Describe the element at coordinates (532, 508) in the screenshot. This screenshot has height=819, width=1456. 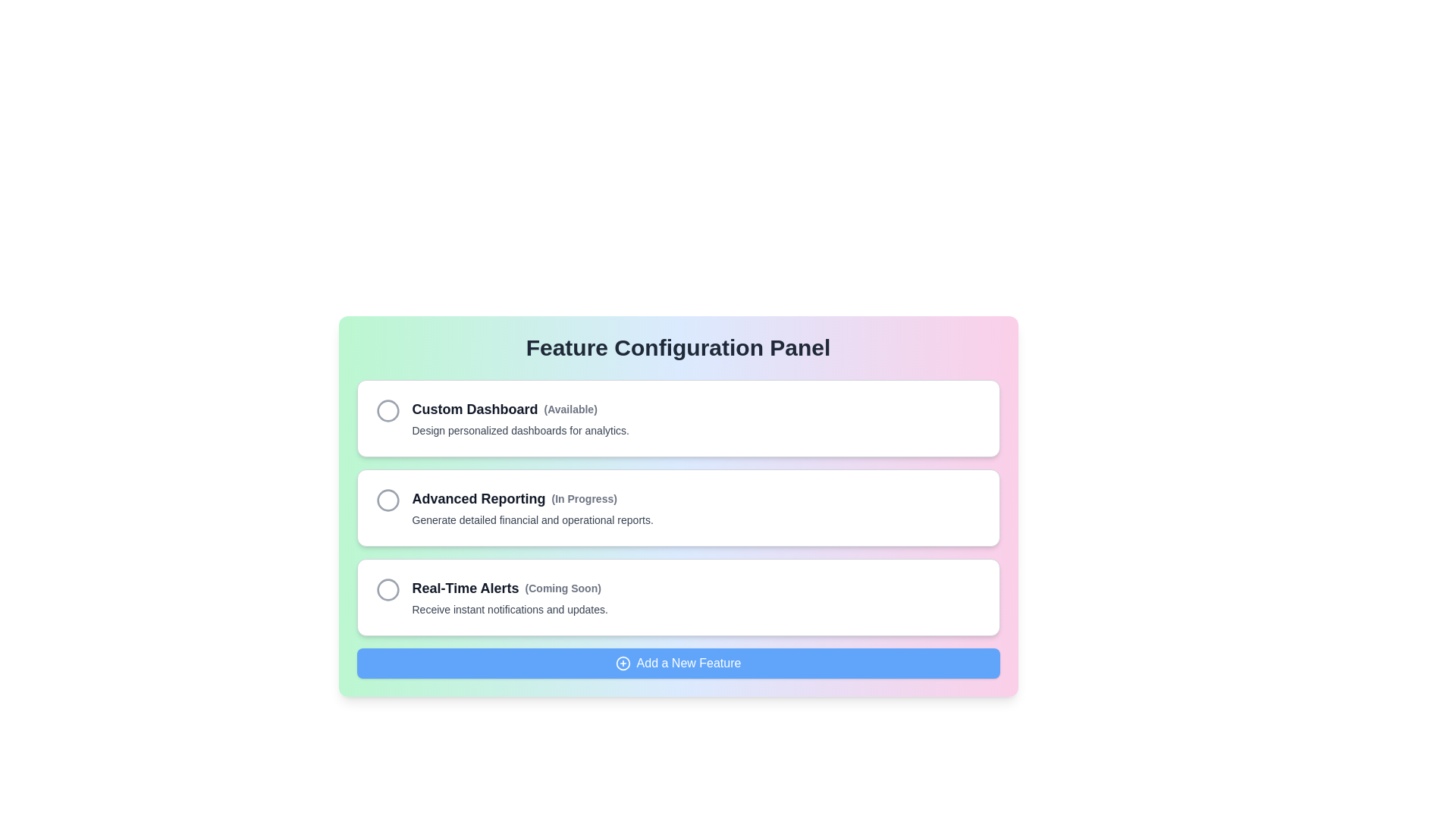
I see `the 'Advanced Reporting' informational card, which features a title in bold black text, a smaller grey text '(In Progress)', and a description below, all centered in a white, rounded-rectangle box` at that location.